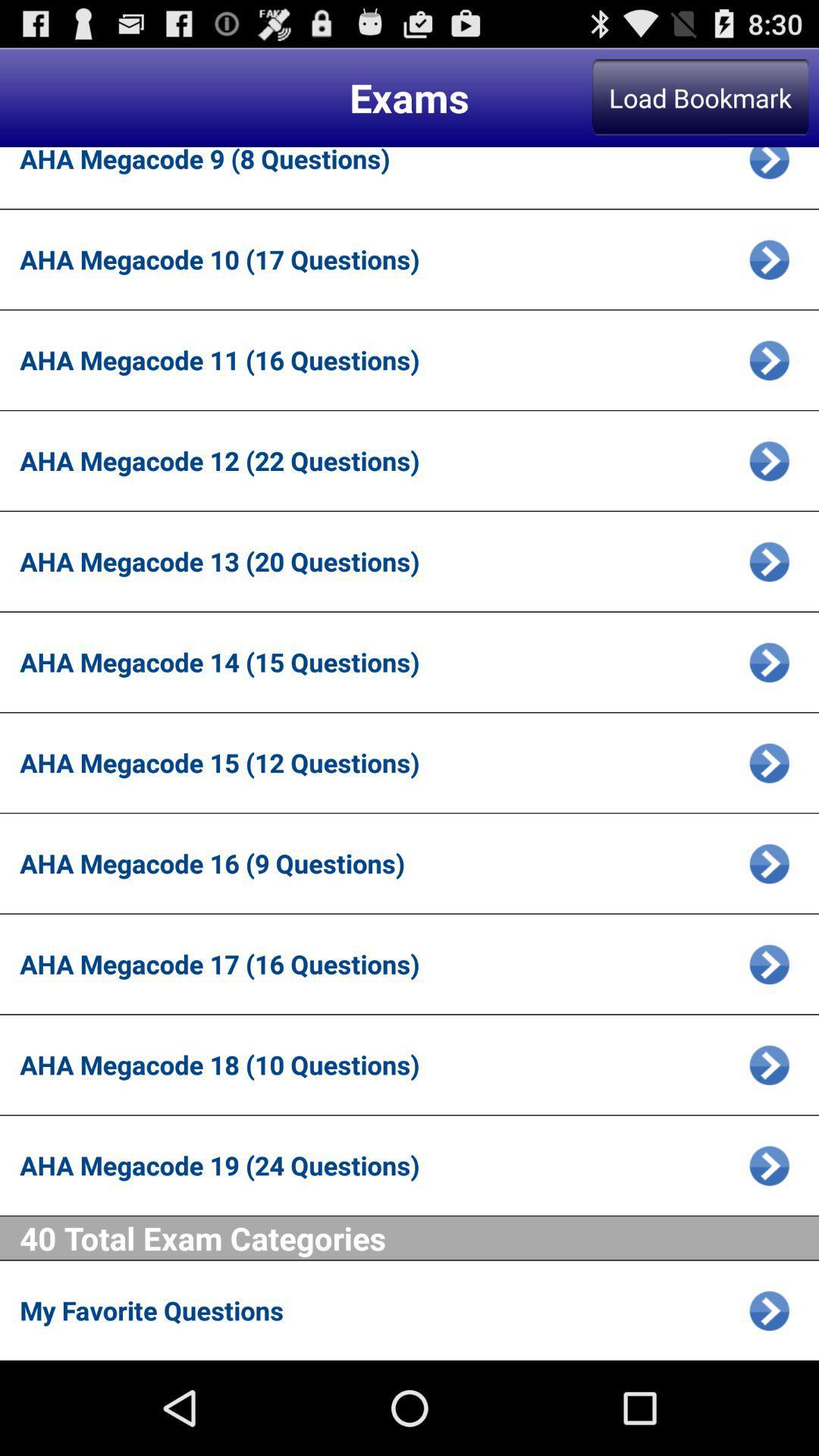  What do you see at coordinates (769, 1064) in the screenshot?
I see `view` at bounding box center [769, 1064].